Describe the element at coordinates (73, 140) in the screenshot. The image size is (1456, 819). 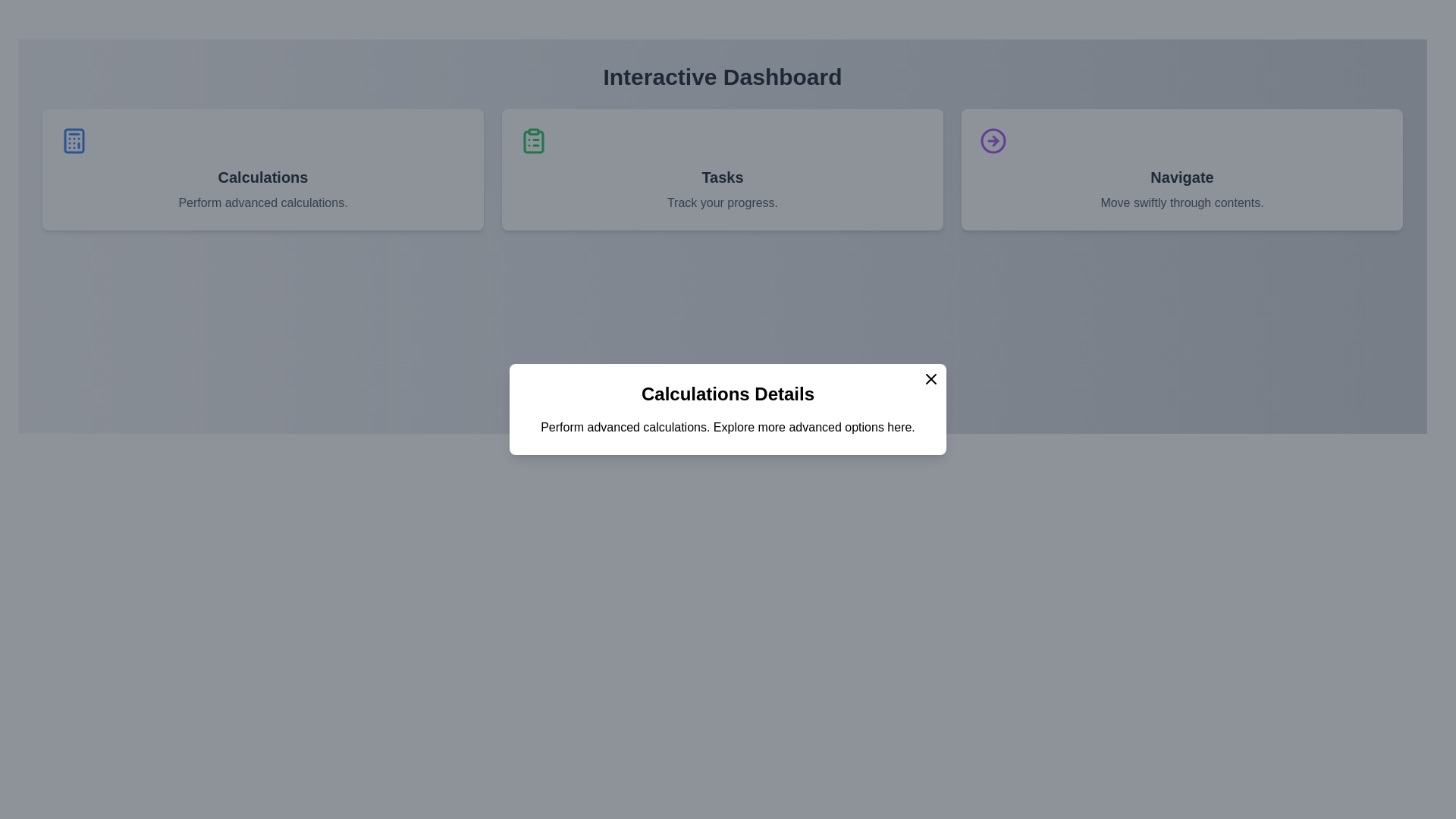
I see `the display area of the calculator icon located at the top-left of the 'Calculations' card, which is a blue-gray rectangular shape with slightly rounded corners` at that location.